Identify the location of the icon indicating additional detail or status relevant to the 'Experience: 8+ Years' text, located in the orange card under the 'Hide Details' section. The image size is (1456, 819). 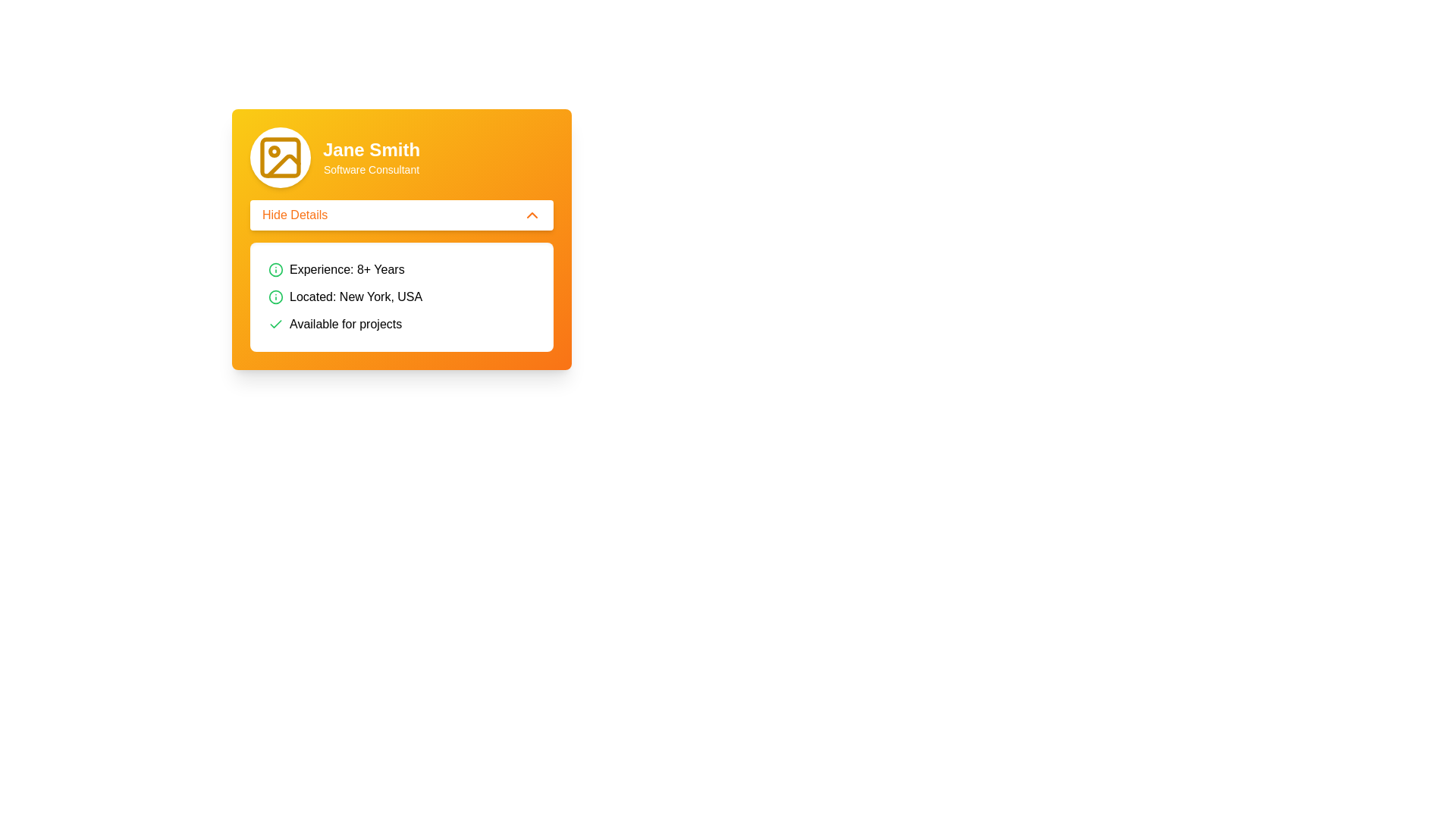
(276, 268).